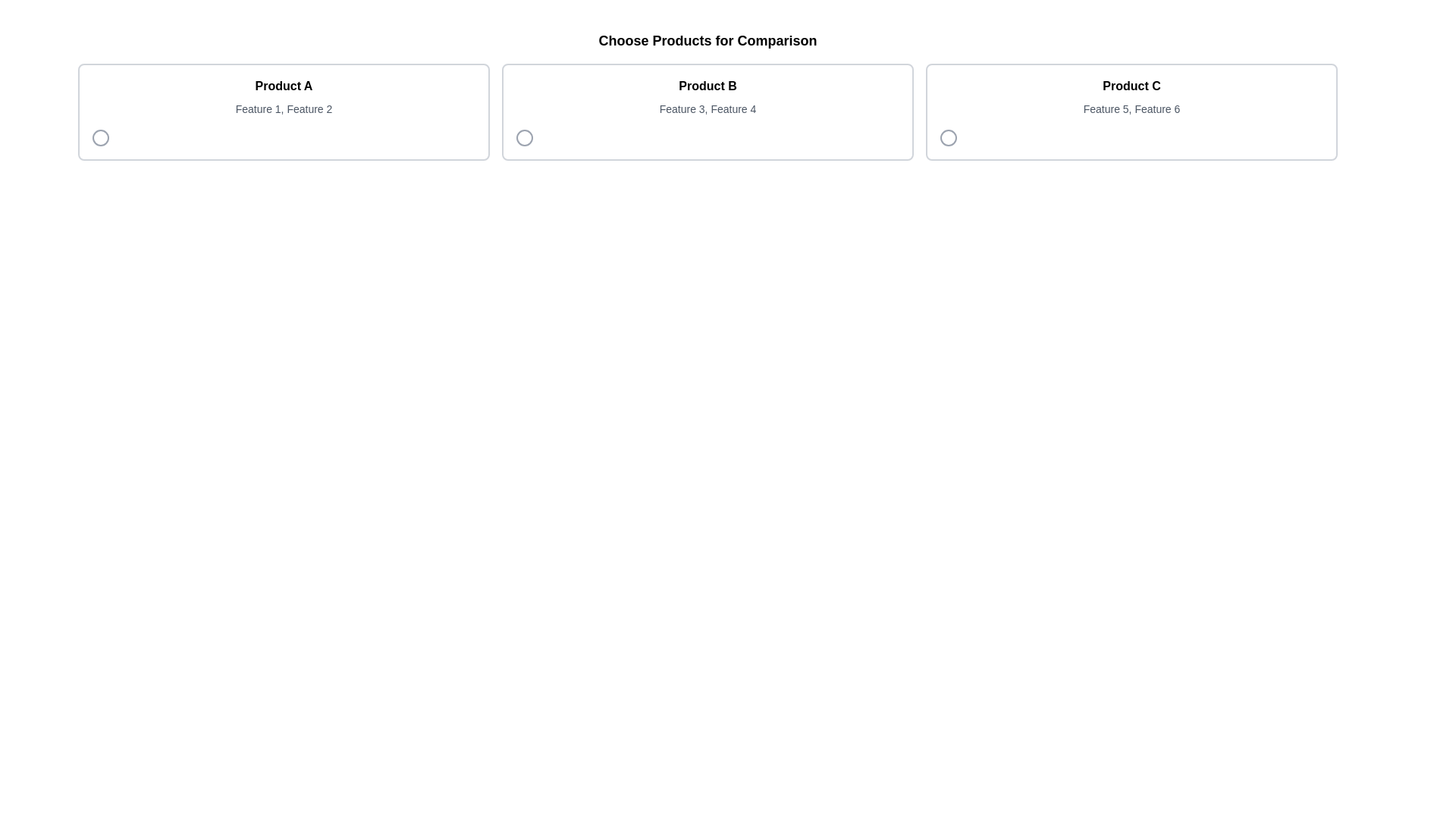 This screenshot has width=1456, height=819. What do you see at coordinates (707, 86) in the screenshot?
I see `the text label 'Product B', which is styled with bold text and located at the center of the card above the description text` at bounding box center [707, 86].